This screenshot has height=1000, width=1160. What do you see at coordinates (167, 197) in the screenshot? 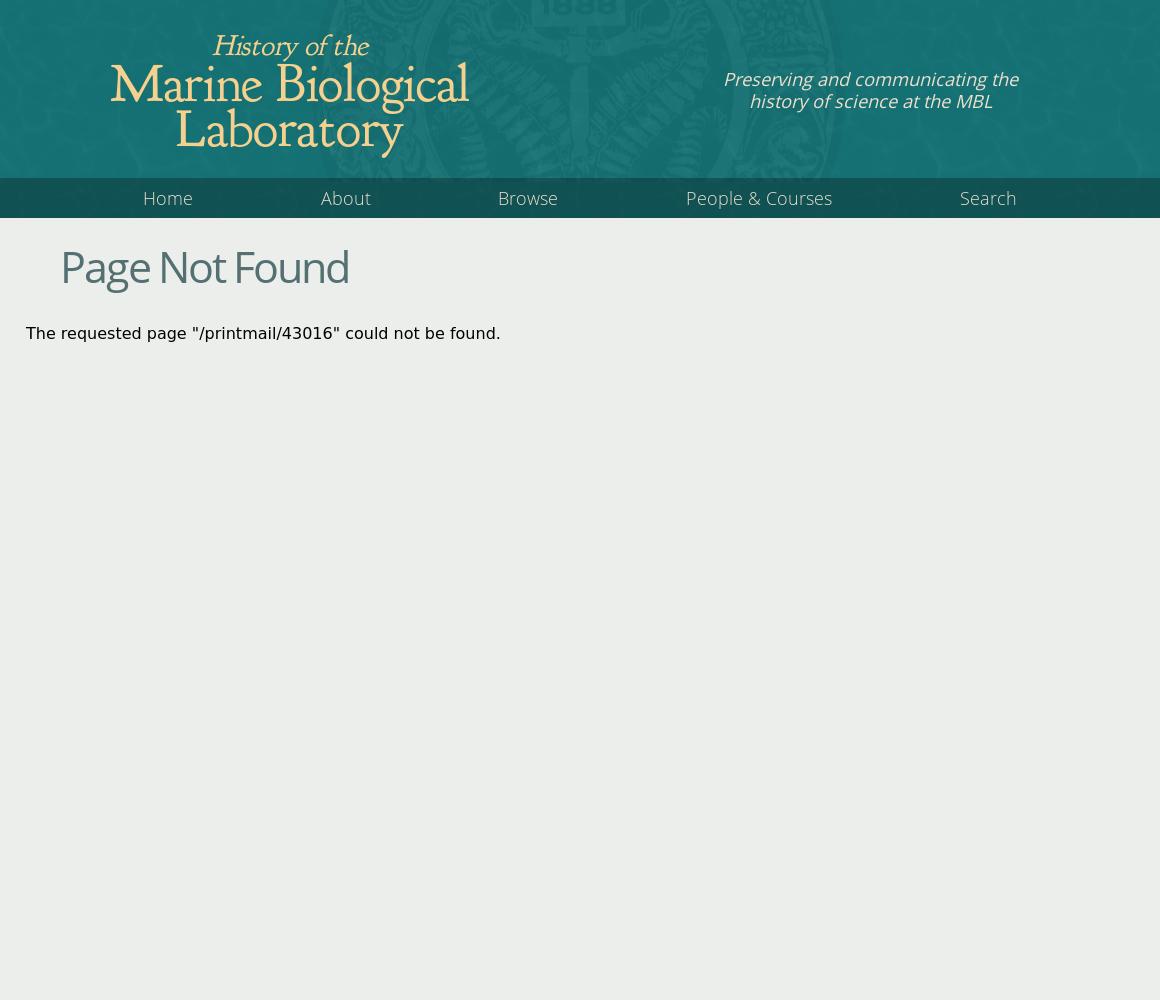
I see `'Home'` at bounding box center [167, 197].